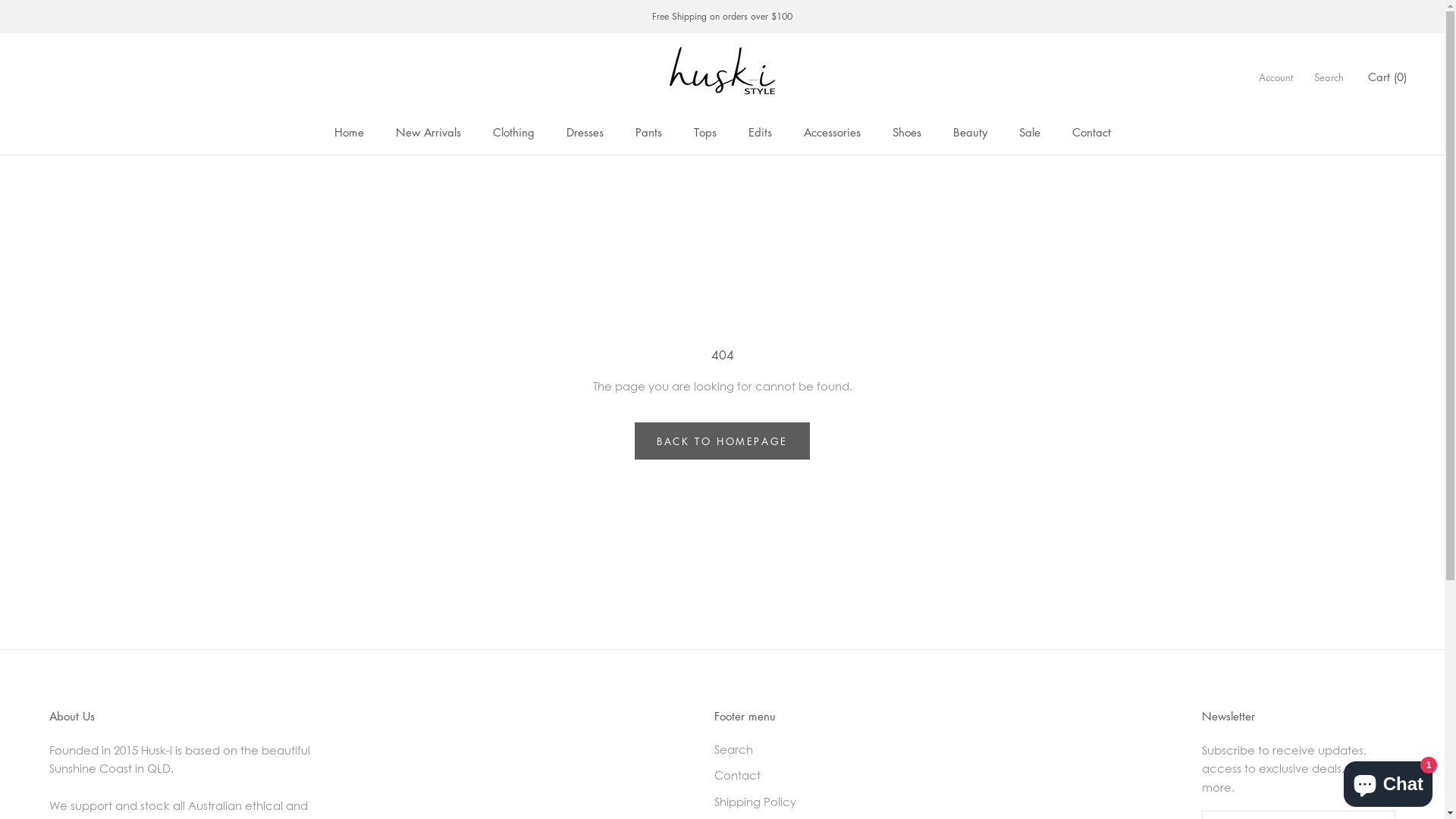 The height and width of the screenshot is (819, 1456). I want to click on 'Edits', so click(759, 130).